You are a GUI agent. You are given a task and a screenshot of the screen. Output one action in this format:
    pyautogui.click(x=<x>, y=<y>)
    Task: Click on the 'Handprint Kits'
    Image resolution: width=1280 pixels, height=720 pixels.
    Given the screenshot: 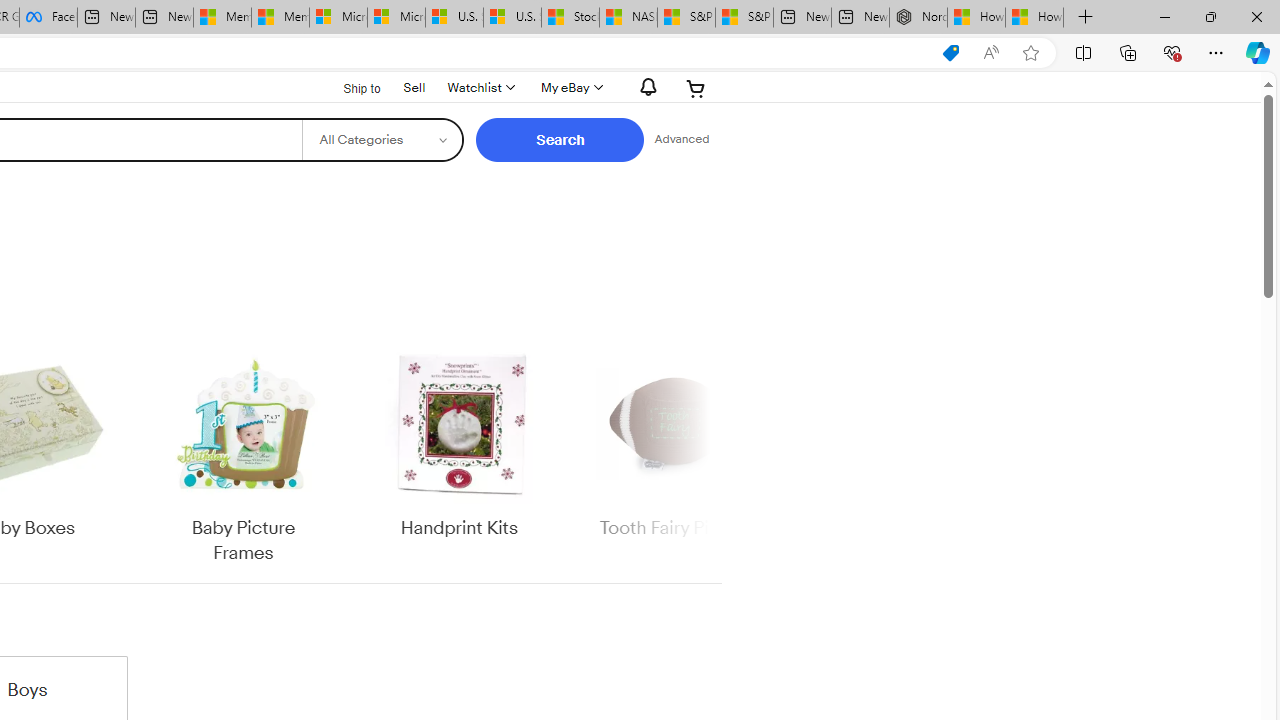 What is the action you would take?
    pyautogui.click(x=458, y=455)
    